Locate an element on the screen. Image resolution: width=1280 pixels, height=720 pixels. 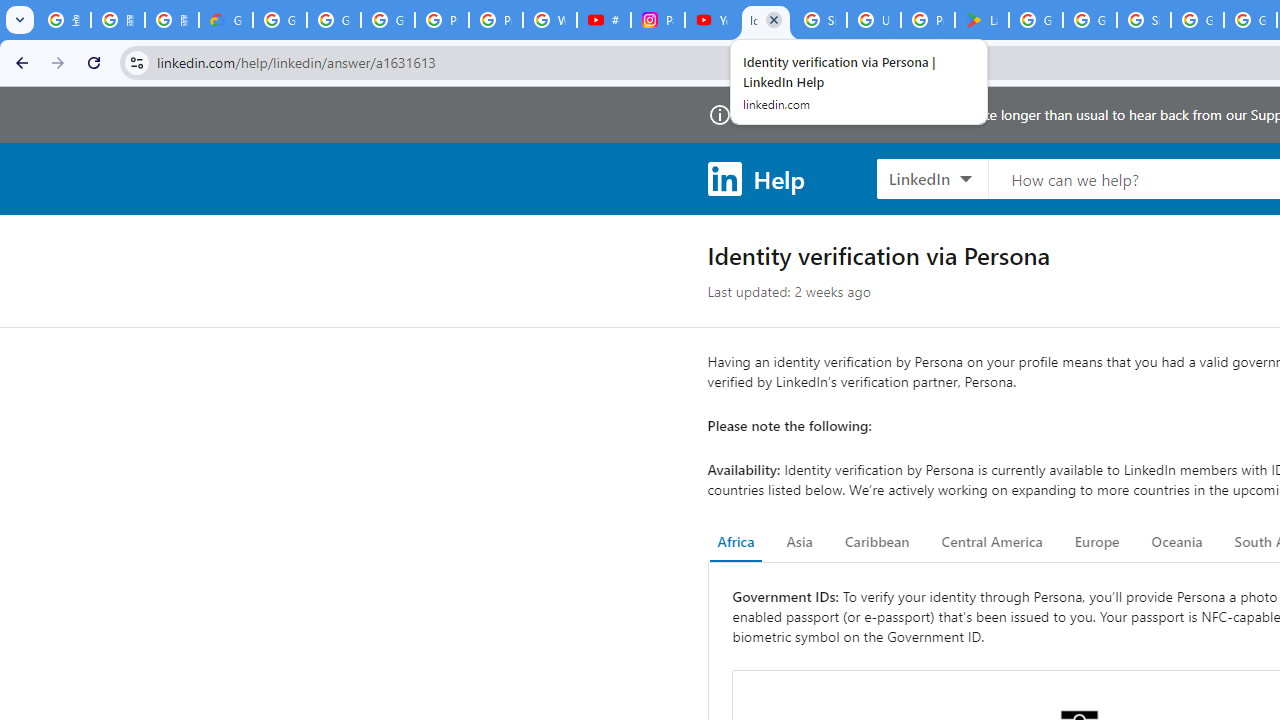
'Last Shelter: Survival - Apps on Google Play' is located at coordinates (981, 20).